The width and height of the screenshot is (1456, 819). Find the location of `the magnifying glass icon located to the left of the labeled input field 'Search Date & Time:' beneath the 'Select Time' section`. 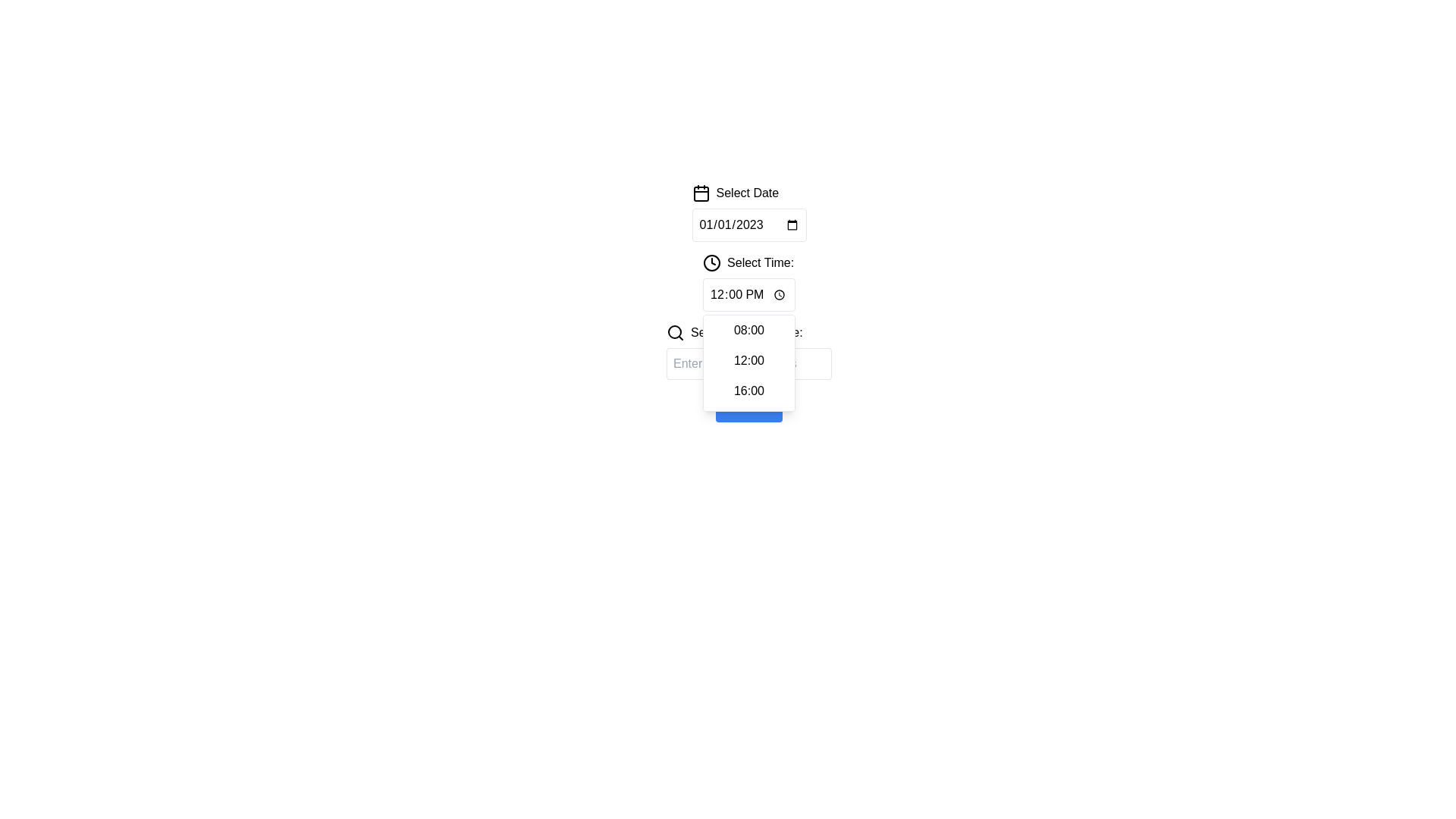

the magnifying glass icon located to the left of the labeled input field 'Search Date & Time:' beneath the 'Select Time' section is located at coordinates (749, 351).